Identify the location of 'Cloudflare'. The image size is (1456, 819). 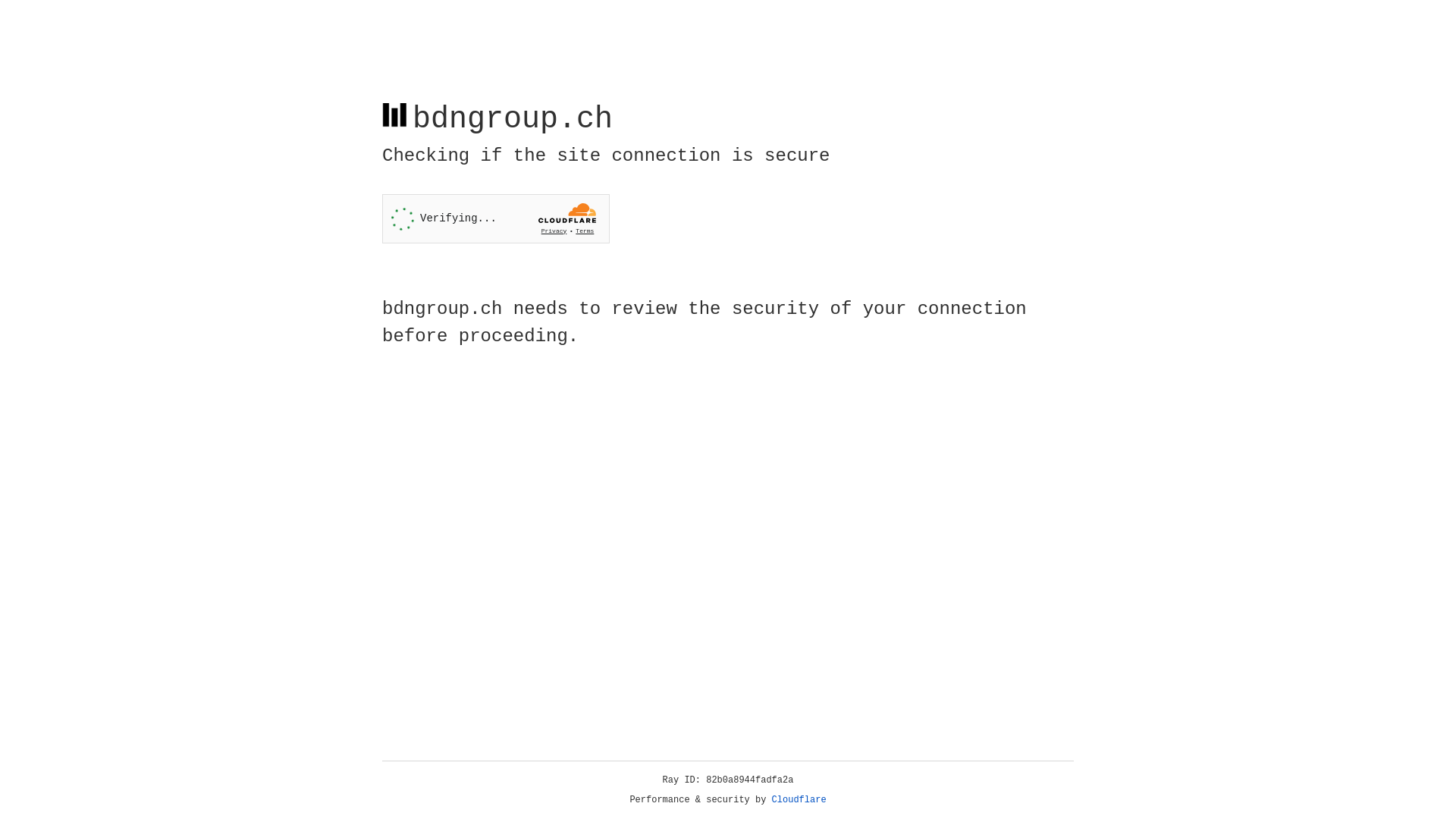
(799, 799).